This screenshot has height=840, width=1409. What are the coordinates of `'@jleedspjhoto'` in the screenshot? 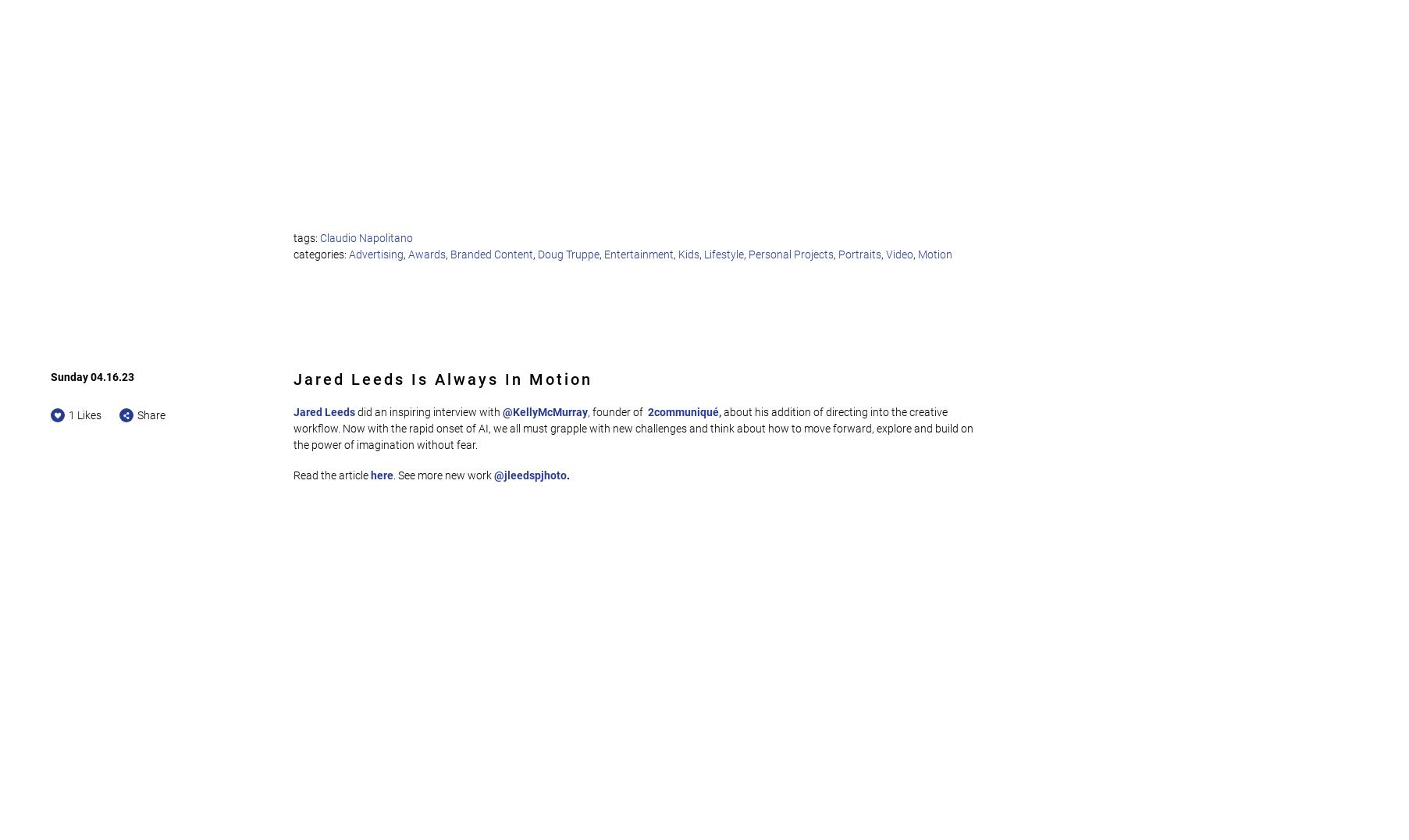 It's located at (530, 475).